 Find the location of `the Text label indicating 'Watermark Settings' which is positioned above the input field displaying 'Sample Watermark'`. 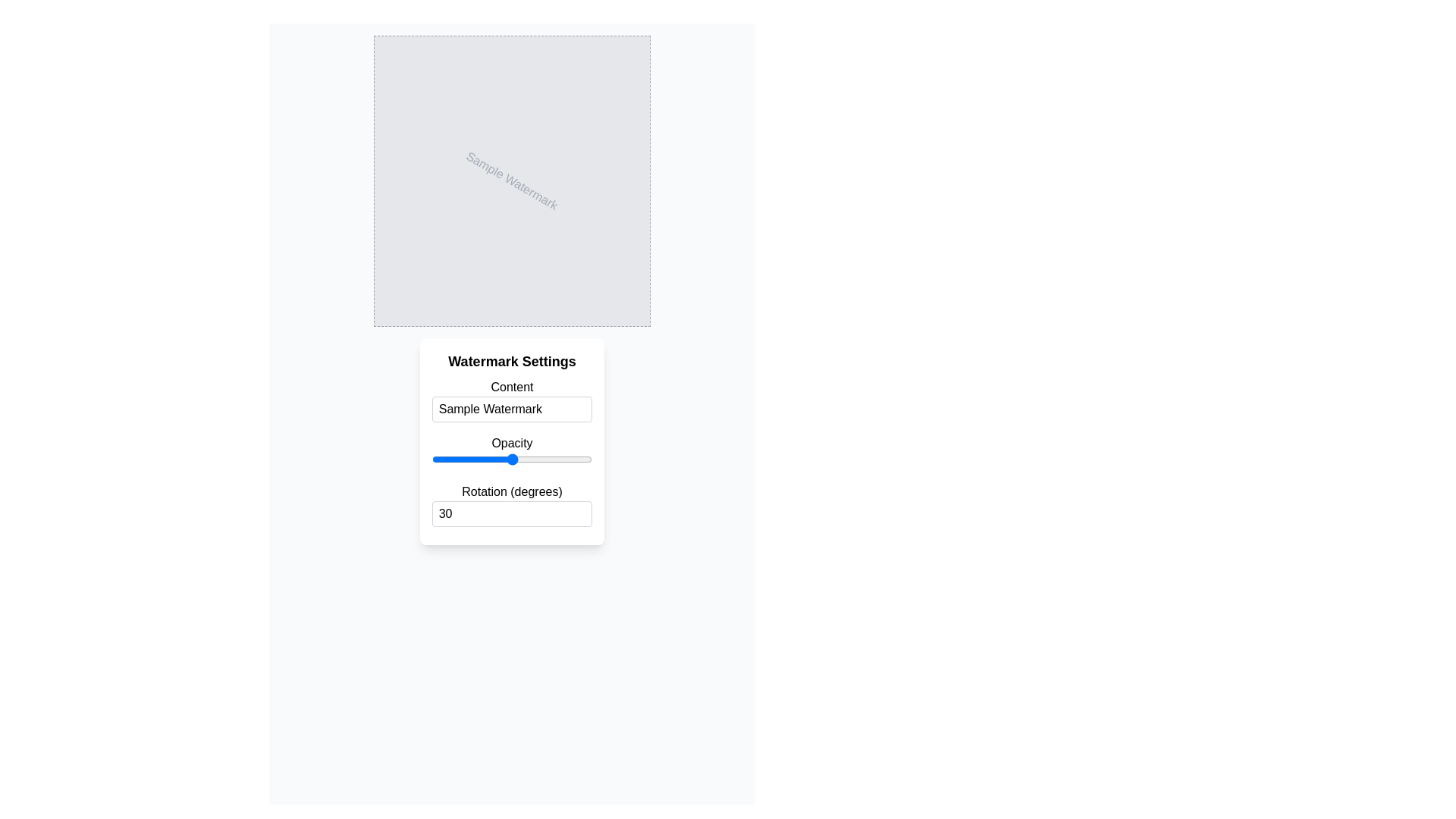

the Text label indicating 'Watermark Settings' which is positioned above the input field displaying 'Sample Watermark' is located at coordinates (512, 386).